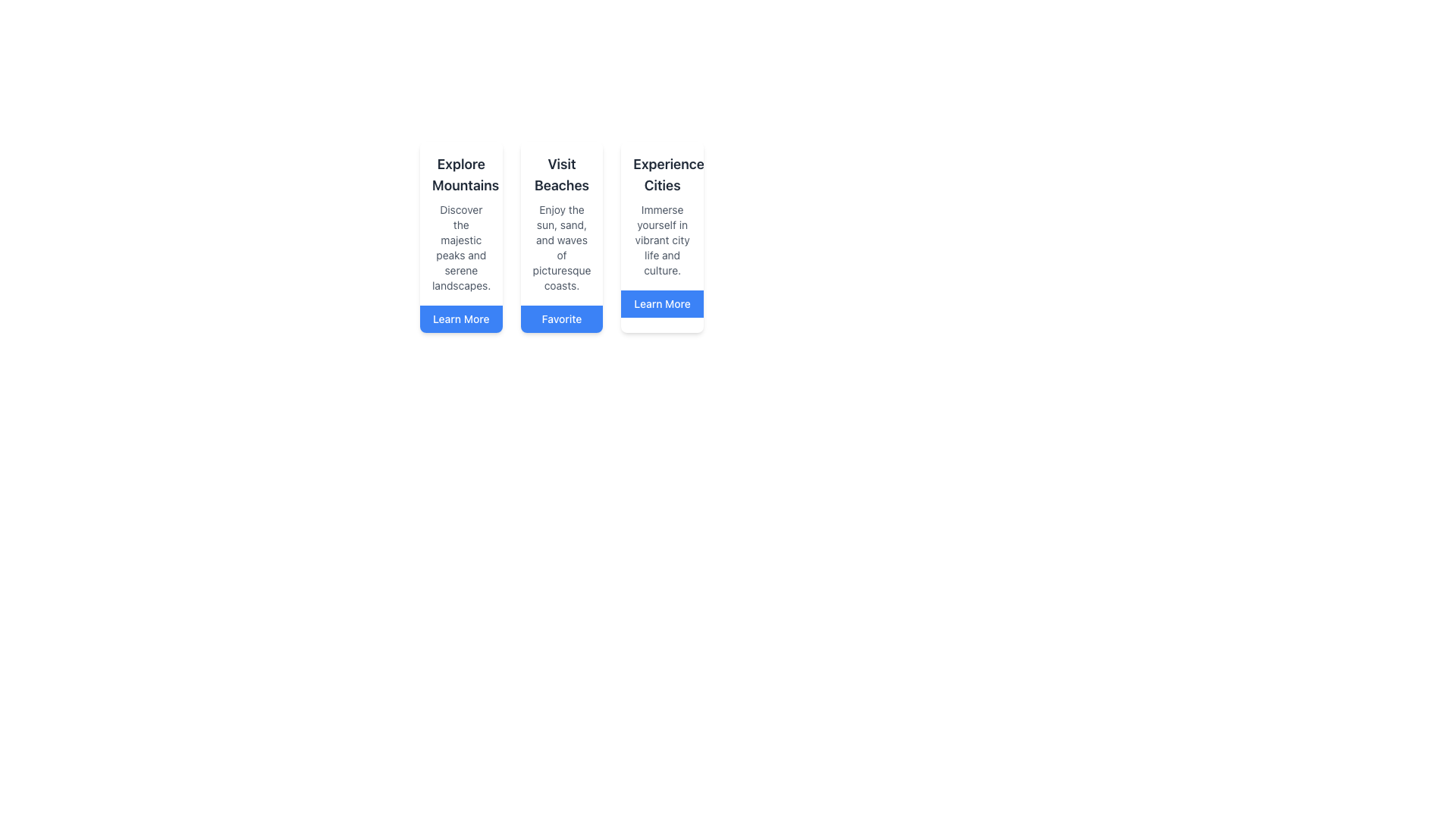 Image resolution: width=1456 pixels, height=819 pixels. I want to click on the Informational Text Block that provides descriptive information about exploring mountains, located in the upper section of the first card in a set of three cards, so click(460, 223).